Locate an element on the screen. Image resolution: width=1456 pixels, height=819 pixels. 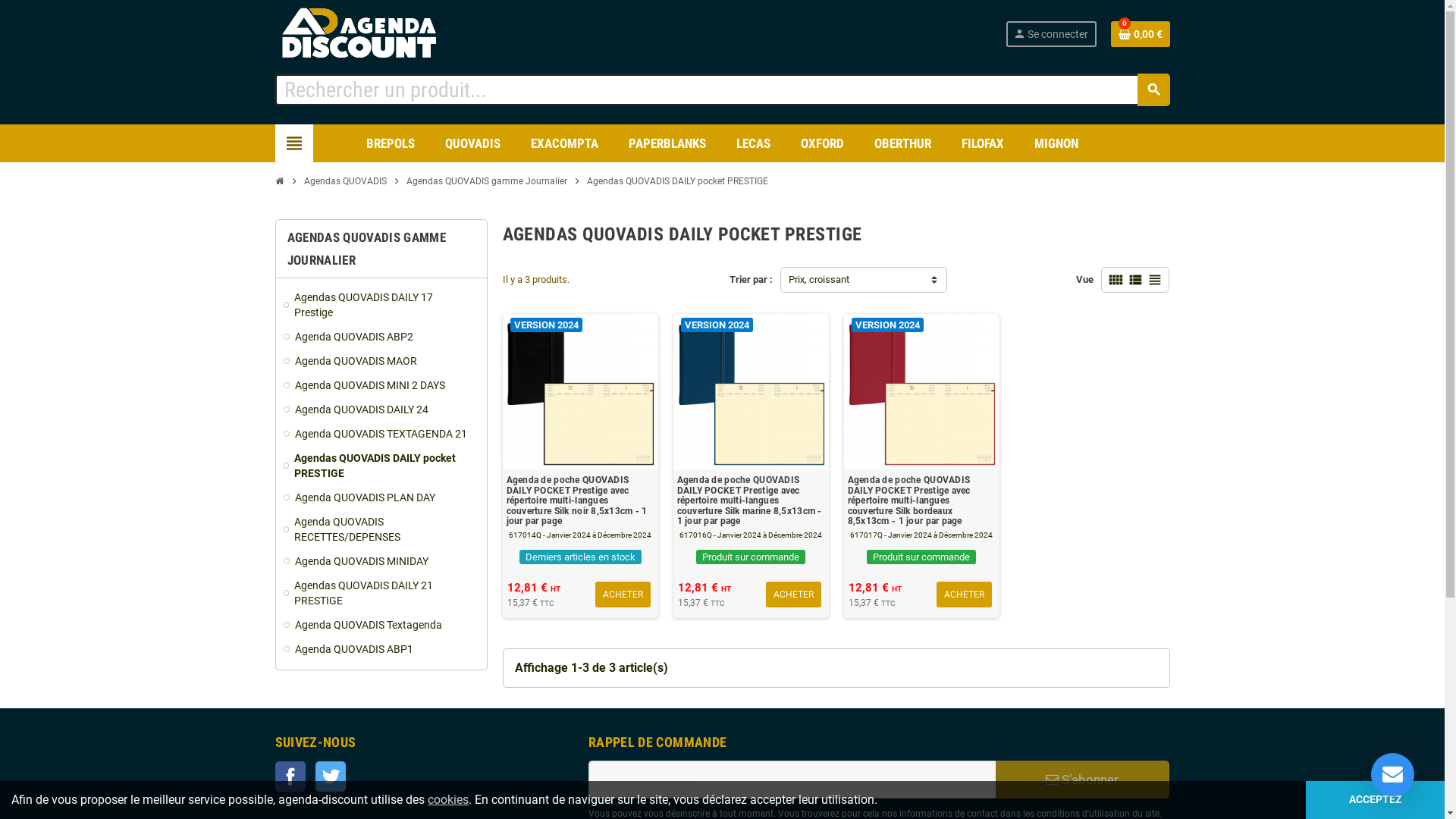
'Facebook' is located at coordinates (290, 776).